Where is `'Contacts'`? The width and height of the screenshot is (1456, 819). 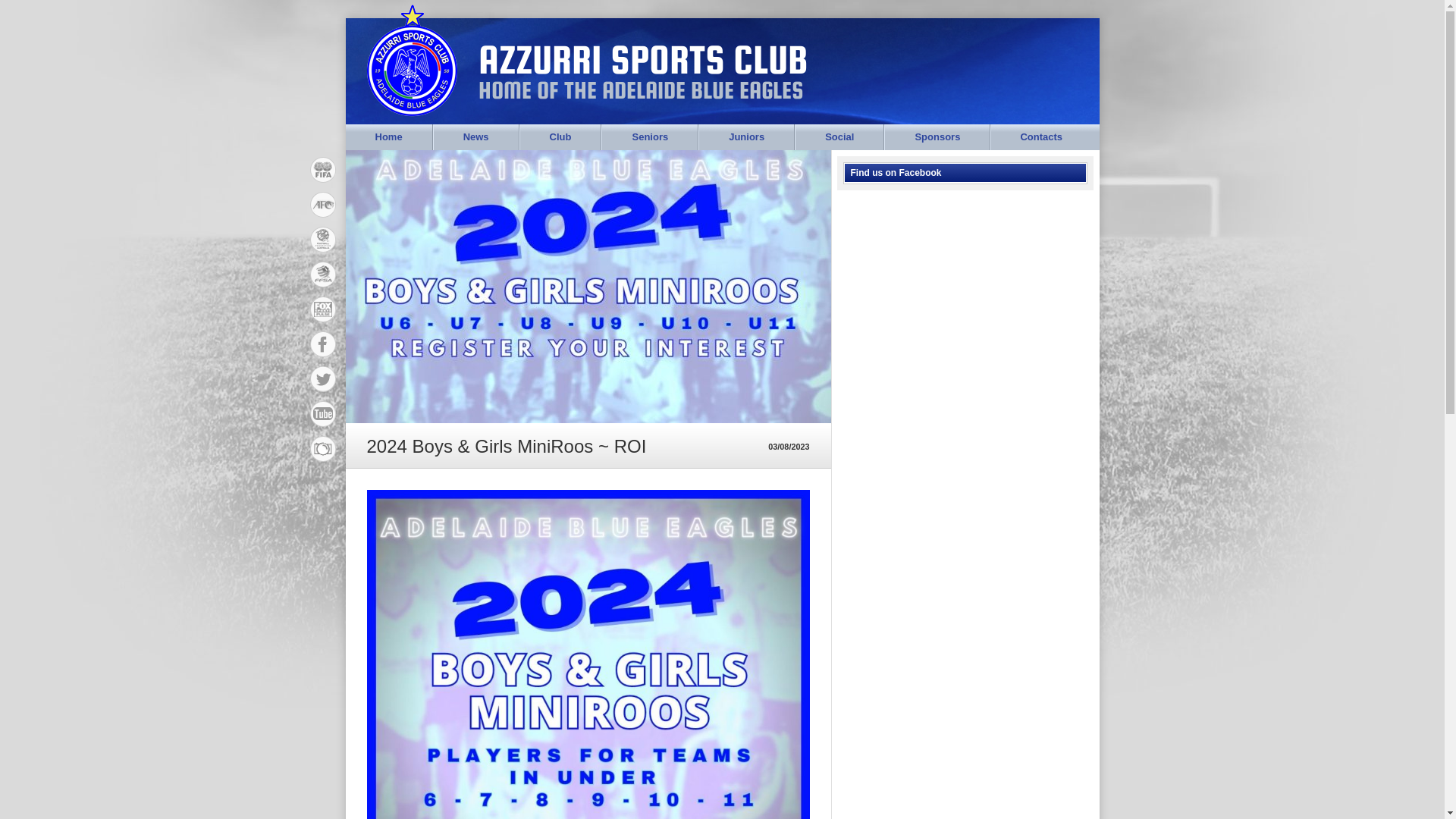
'Contacts' is located at coordinates (1040, 137).